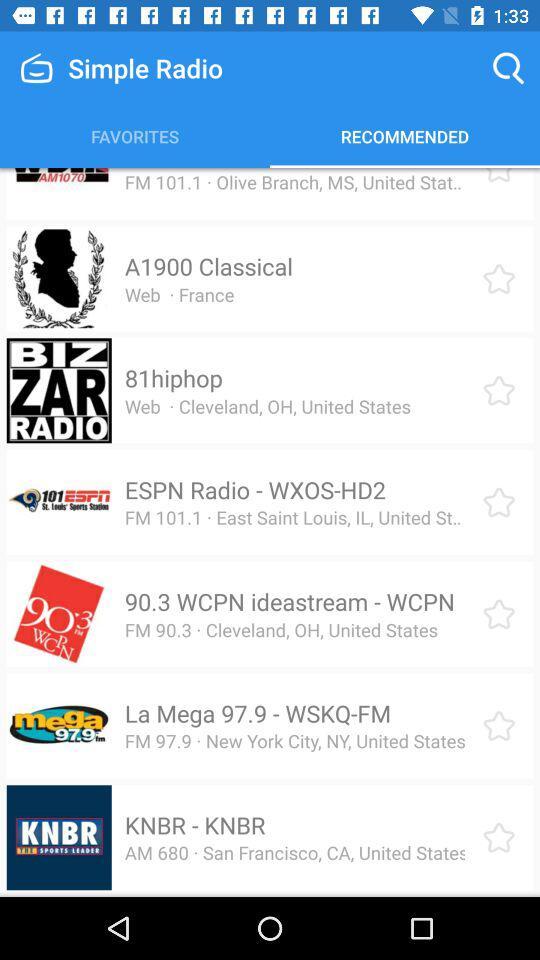 This screenshot has width=540, height=960. Describe the element at coordinates (508, 68) in the screenshot. I see `icon to the right of the simple radio icon` at that location.